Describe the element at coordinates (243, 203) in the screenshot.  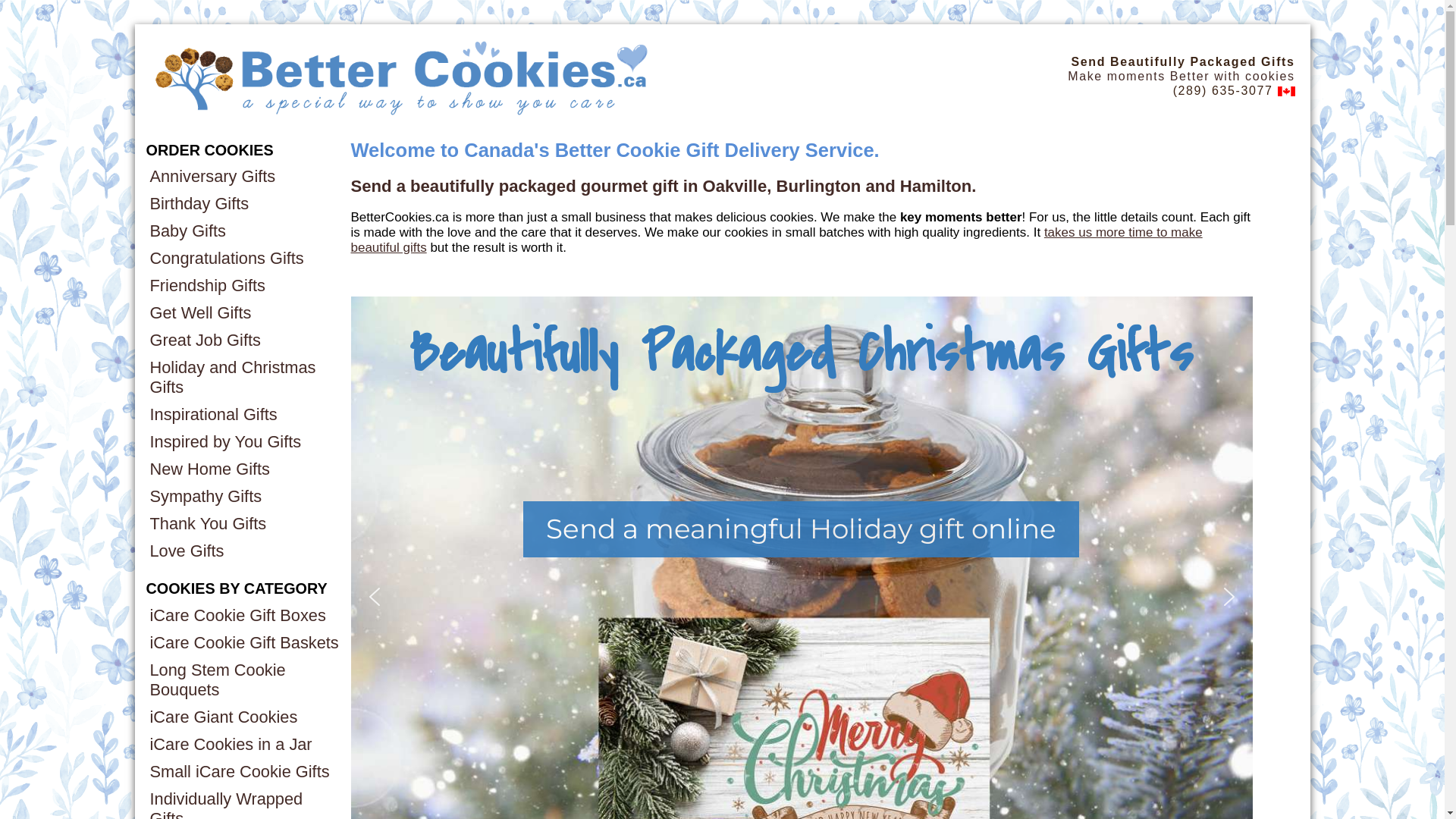
I see `'Birthday Gifts'` at that location.